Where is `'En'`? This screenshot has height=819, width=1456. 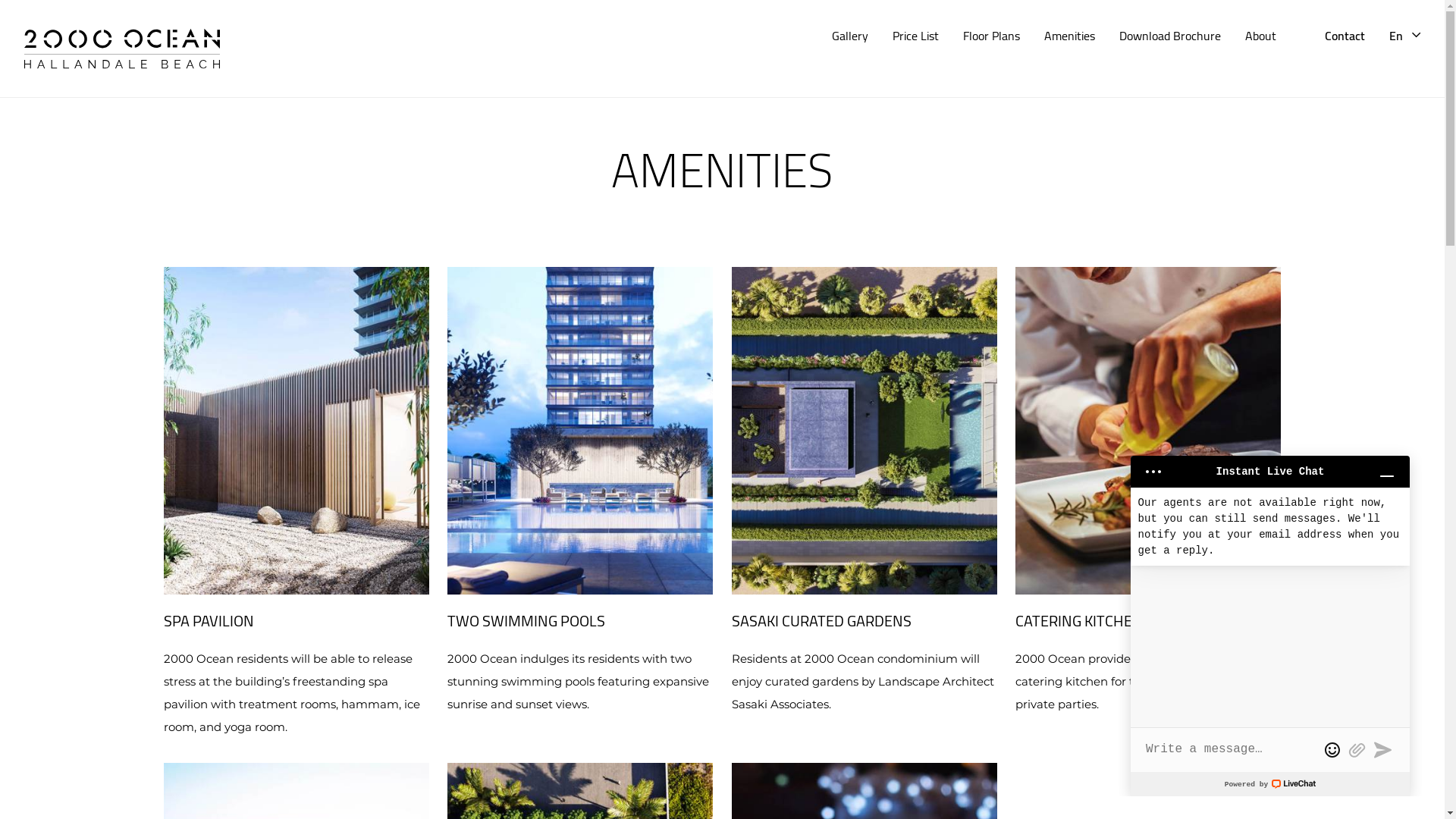 'En' is located at coordinates (1389, 34).